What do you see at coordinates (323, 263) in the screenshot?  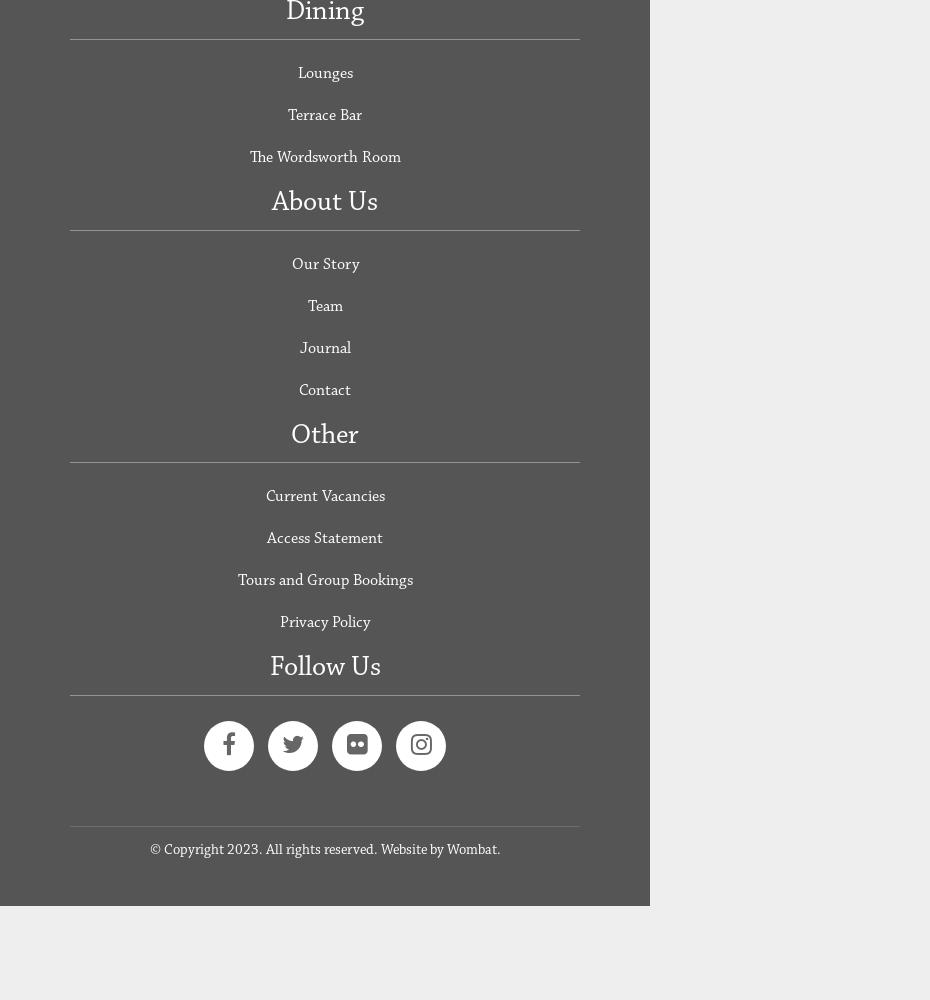 I see `'Our Story'` at bounding box center [323, 263].